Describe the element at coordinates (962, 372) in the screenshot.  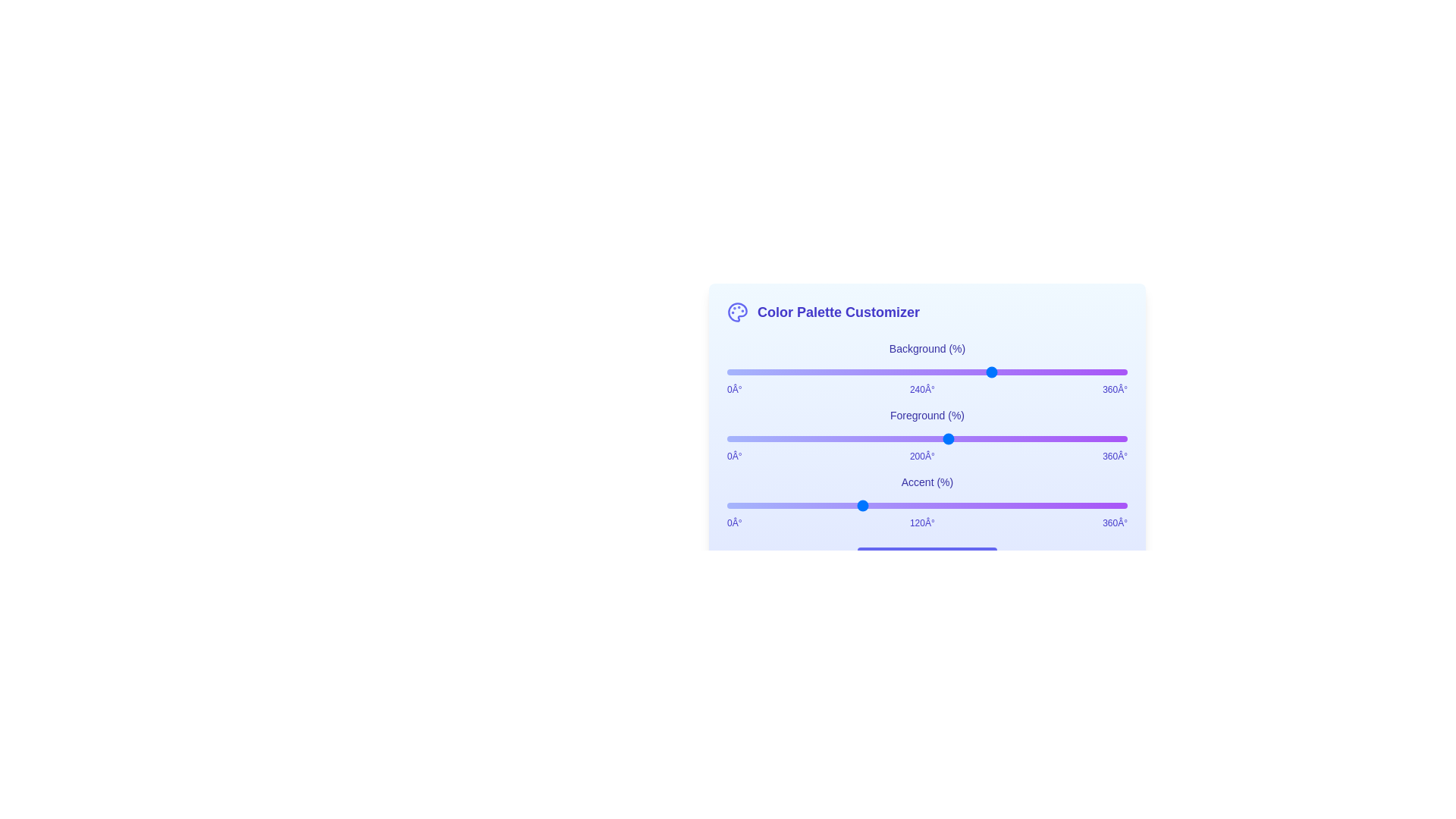
I see `the background color slider to set the hue to 212 degrees` at that location.